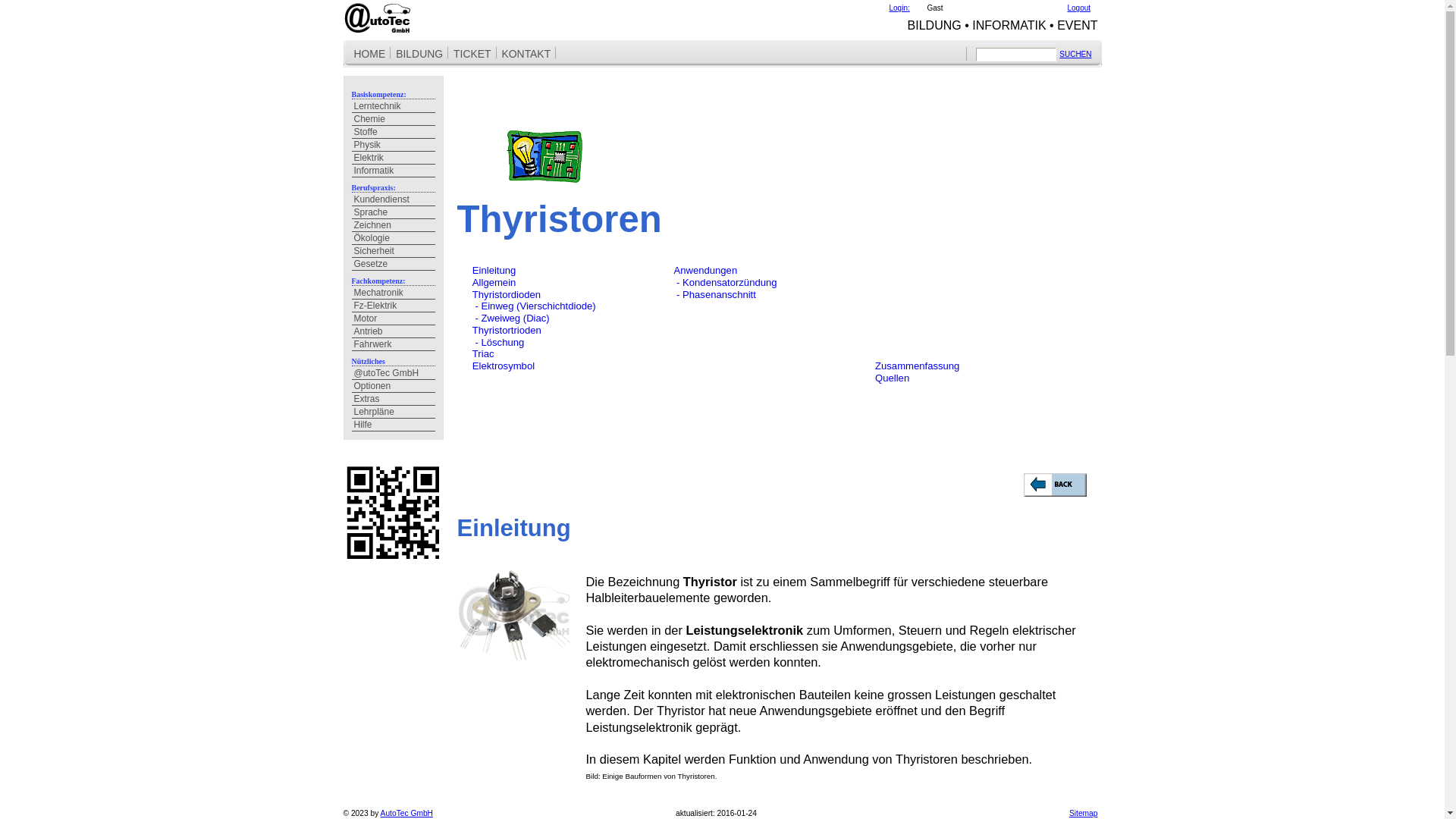  I want to click on 'Logout', so click(1066, 8).